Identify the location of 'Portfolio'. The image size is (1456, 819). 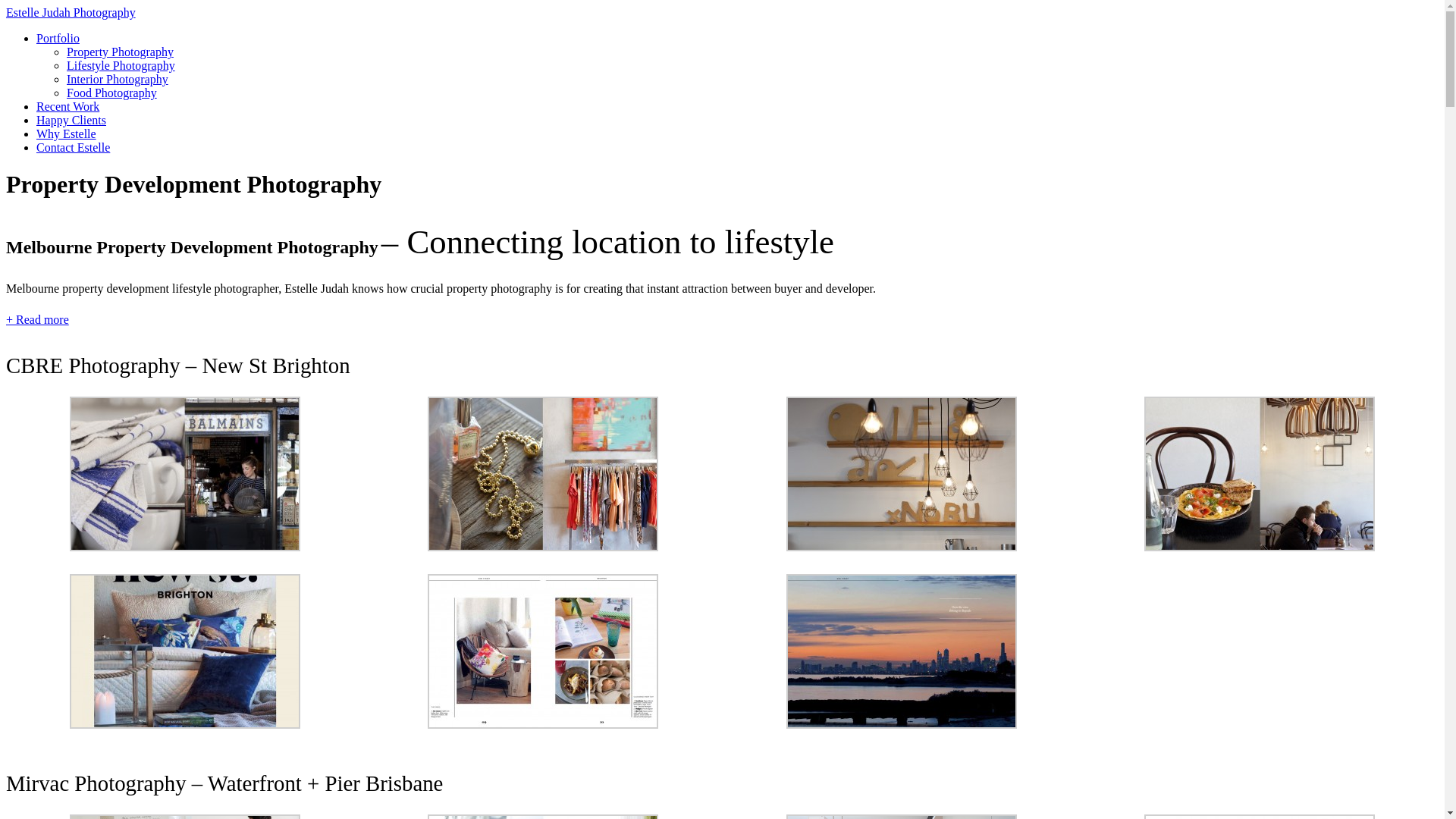
(58, 37).